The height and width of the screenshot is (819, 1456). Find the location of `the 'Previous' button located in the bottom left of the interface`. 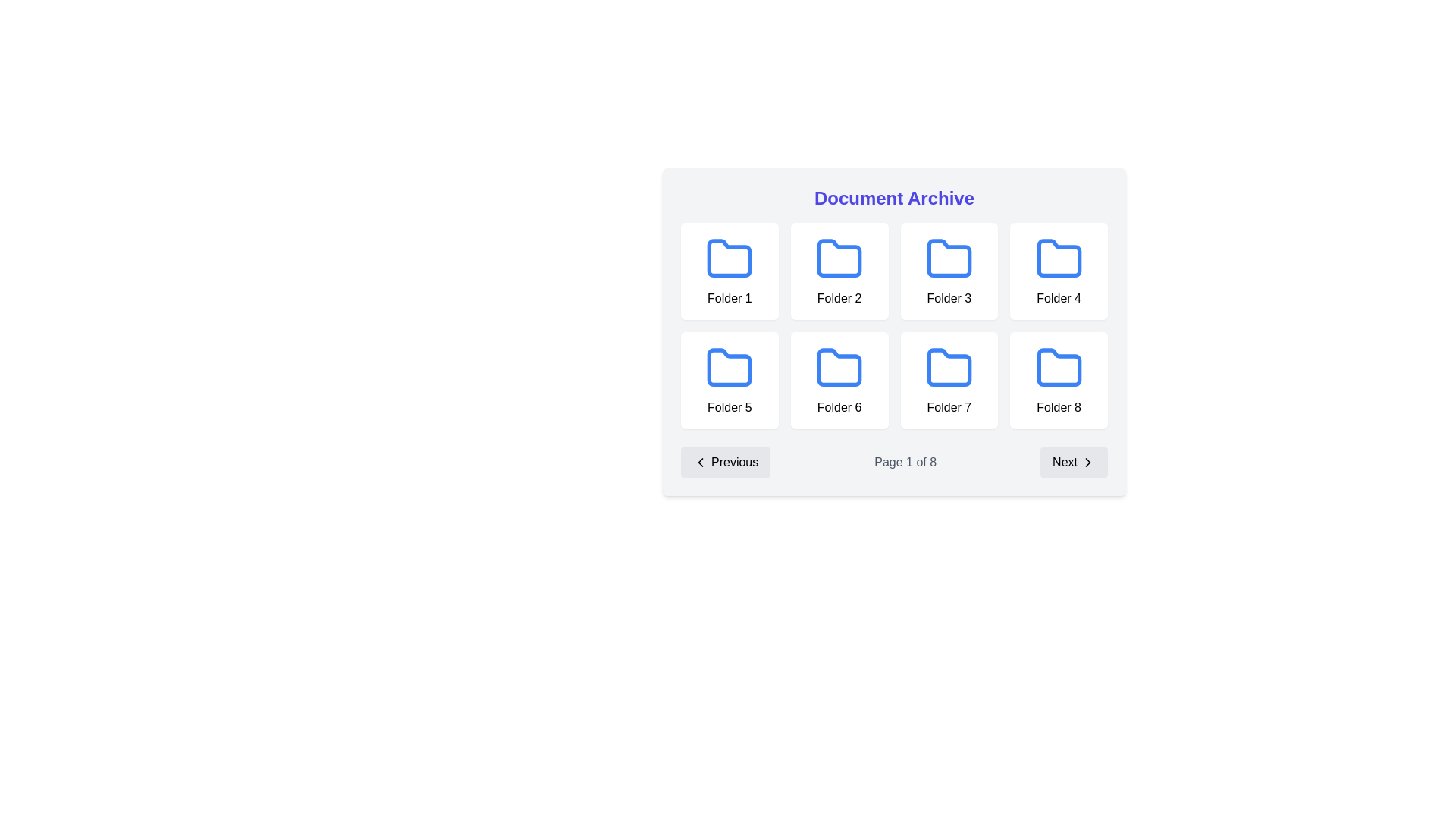

the 'Previous' button located in the bottom left of the interface is located at coordinates (700, 461).